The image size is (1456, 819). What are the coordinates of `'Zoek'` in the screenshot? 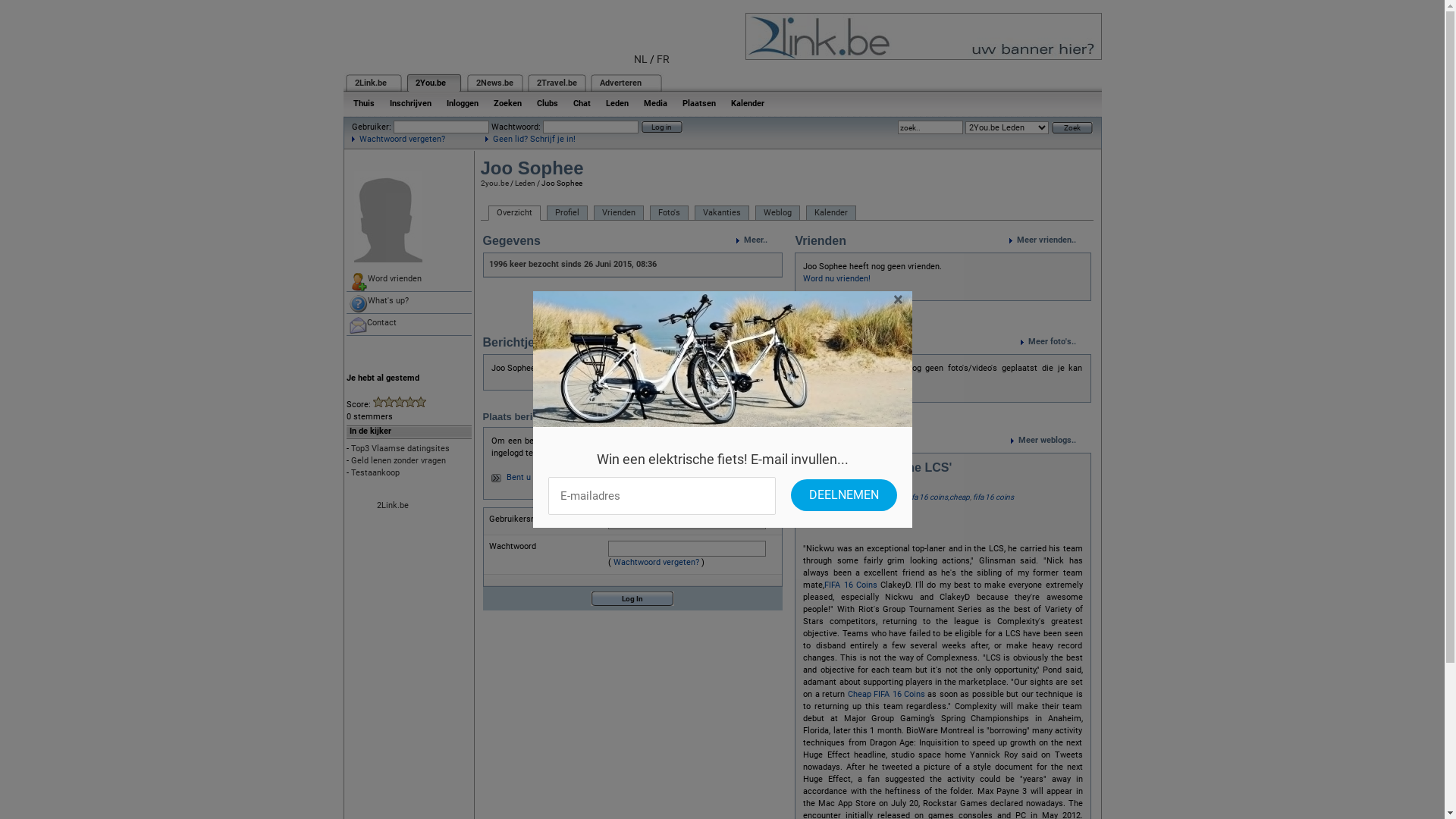 It's located at (1070, 126).